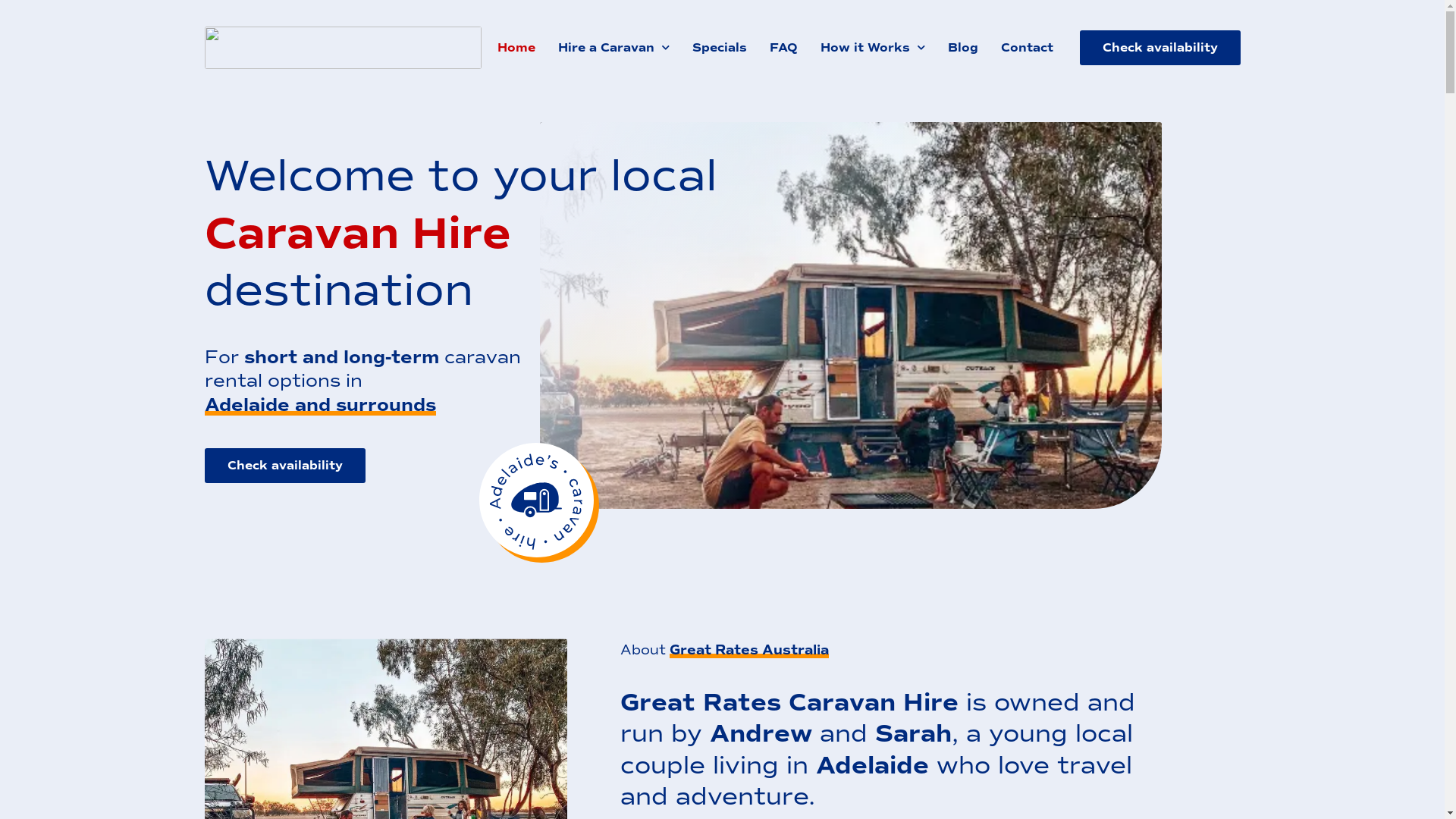  I want to click on 'FAQ', so click(783, 46).